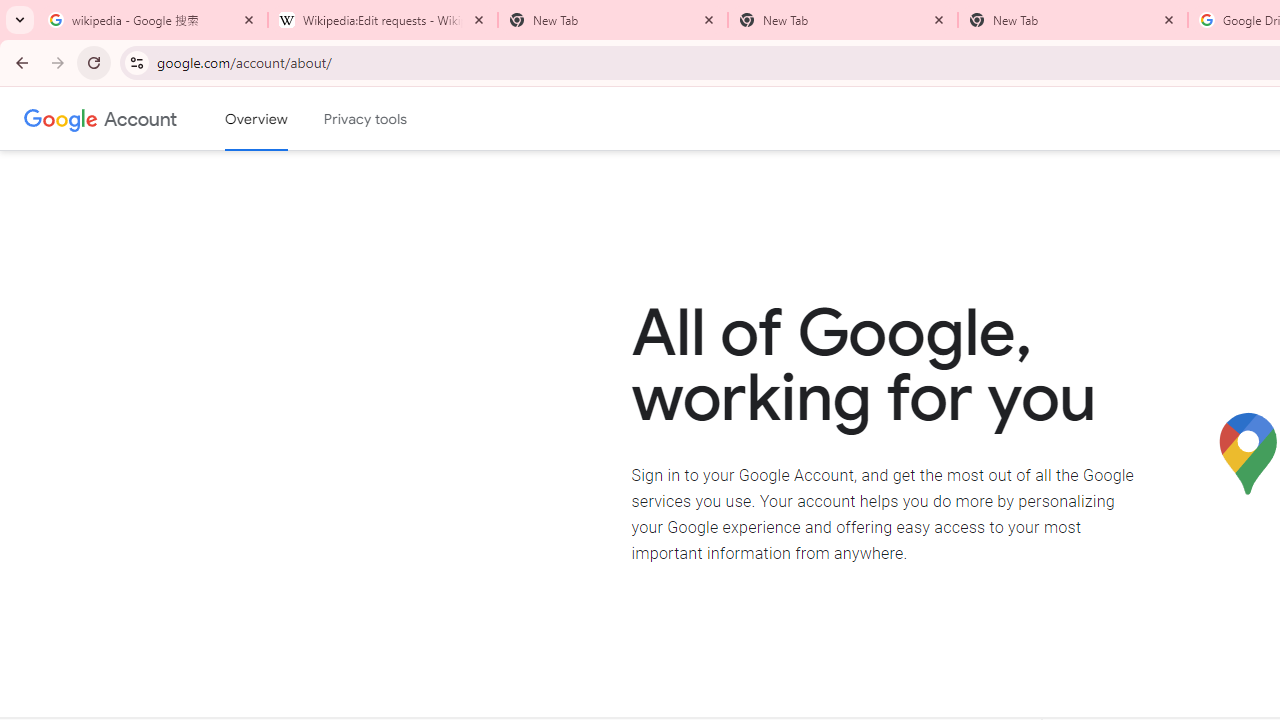  I want to click on 'New Tab', so click(1071, 20).